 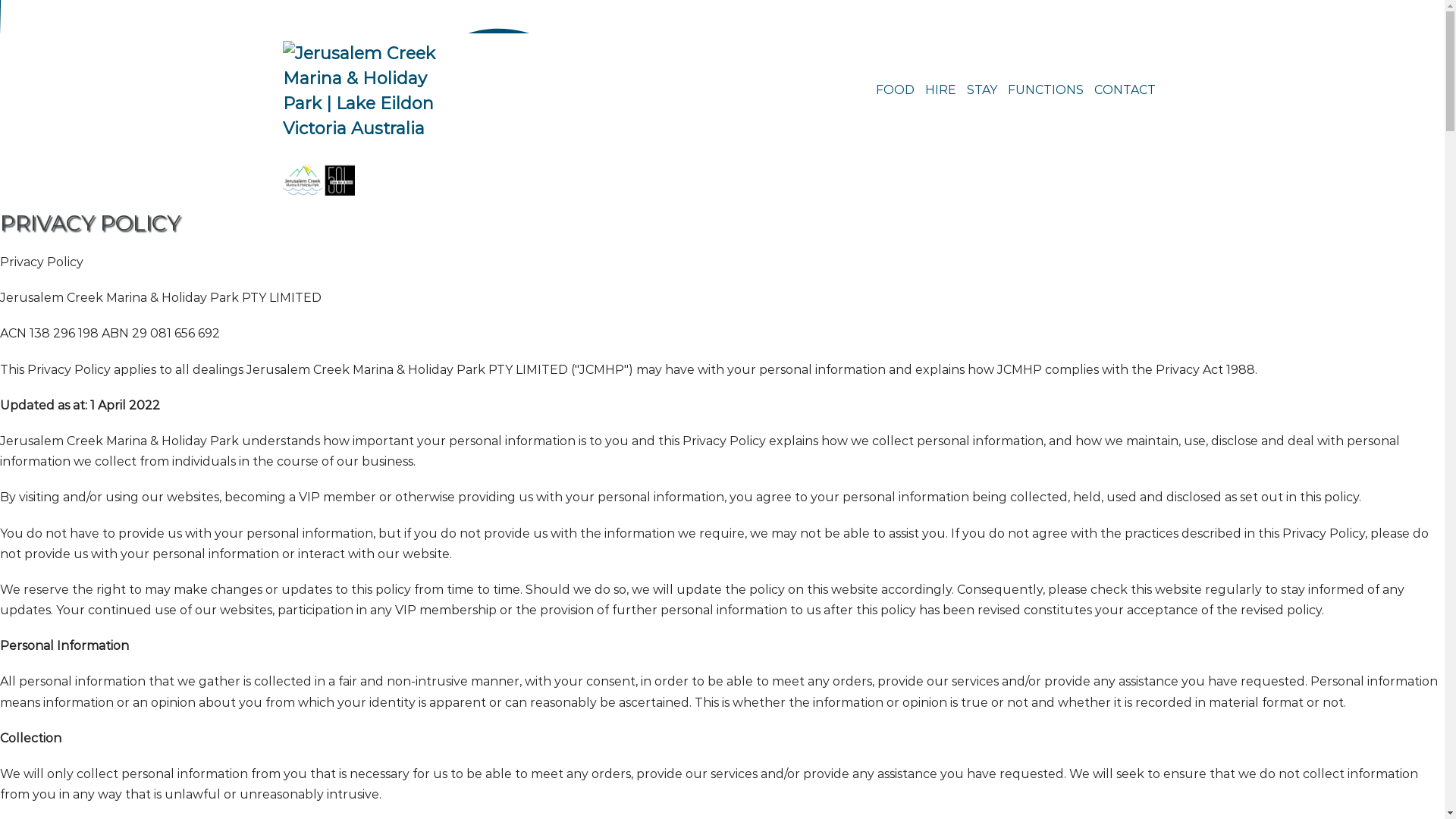 What do you see at coordinates (1046, 90) in the screenshot?
I see `'FUNCTIONS'` at bounding box center [1046, 90].